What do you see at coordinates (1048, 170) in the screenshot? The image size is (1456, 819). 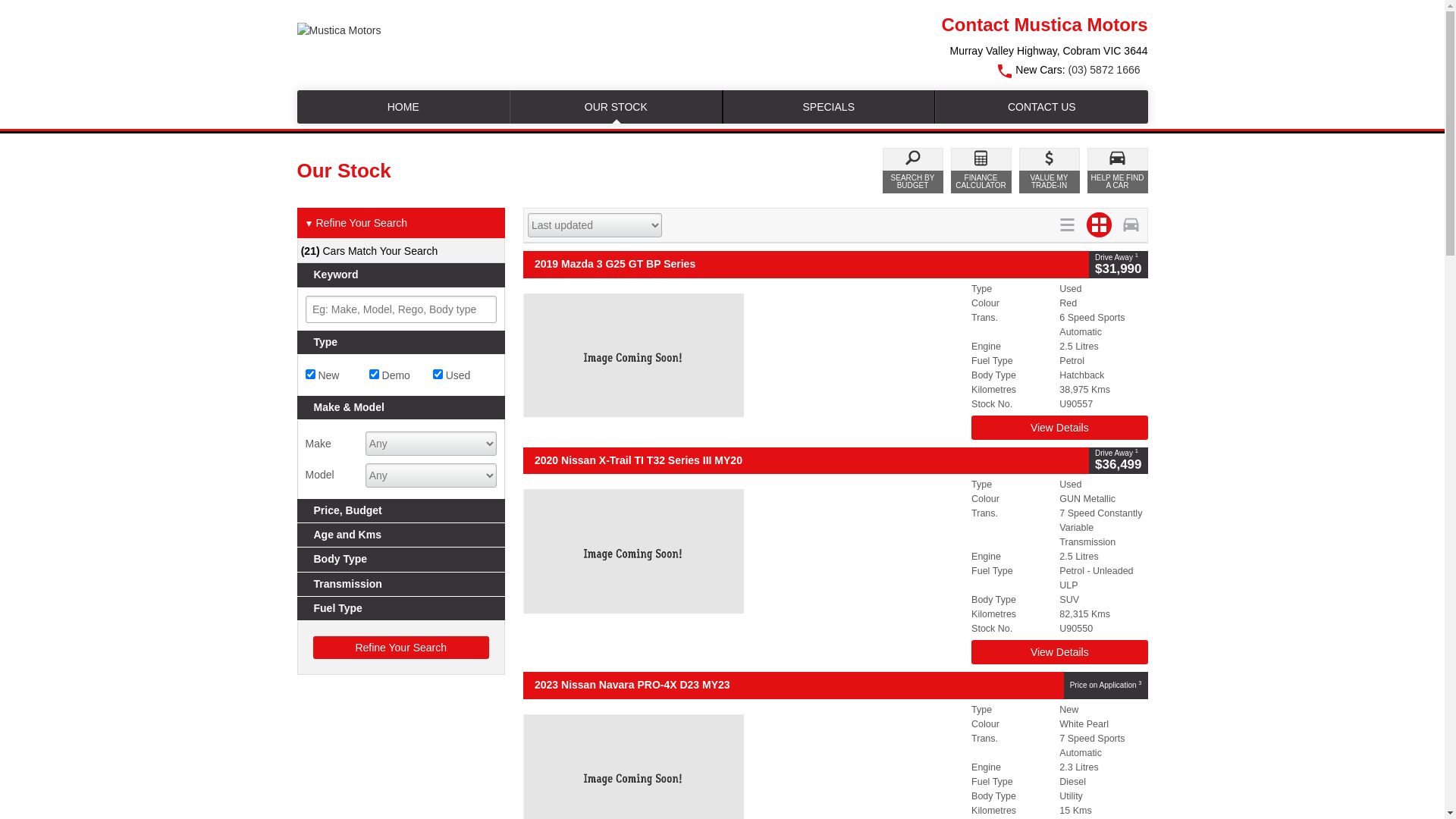 I see `'VALUE MY TRADE-IN'` at bounding box center [1048, 170].